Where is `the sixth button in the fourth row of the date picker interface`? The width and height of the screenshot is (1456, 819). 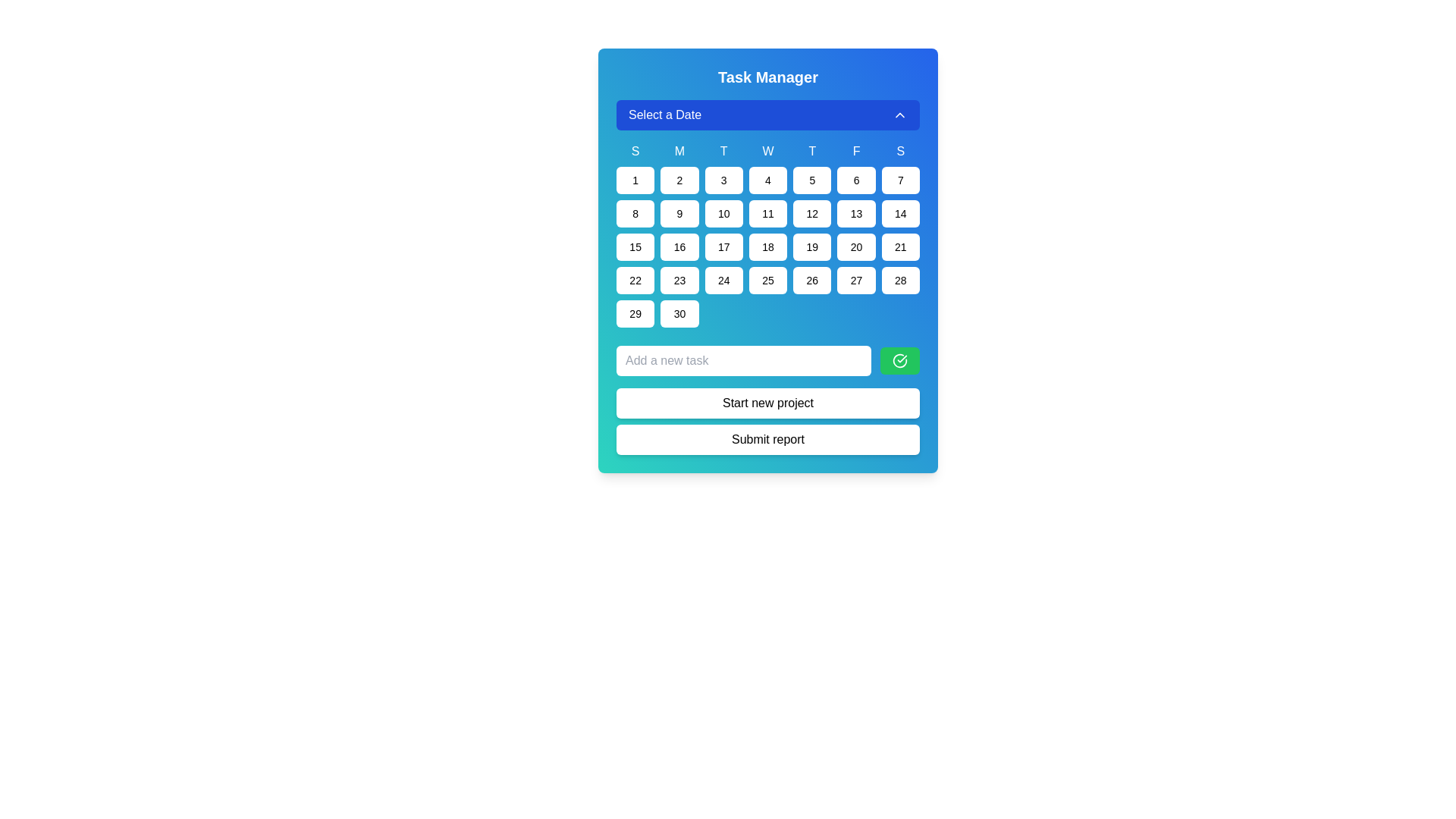 the sixth button in the fourth row of the date picker interface is located at coordinates (679, 281).